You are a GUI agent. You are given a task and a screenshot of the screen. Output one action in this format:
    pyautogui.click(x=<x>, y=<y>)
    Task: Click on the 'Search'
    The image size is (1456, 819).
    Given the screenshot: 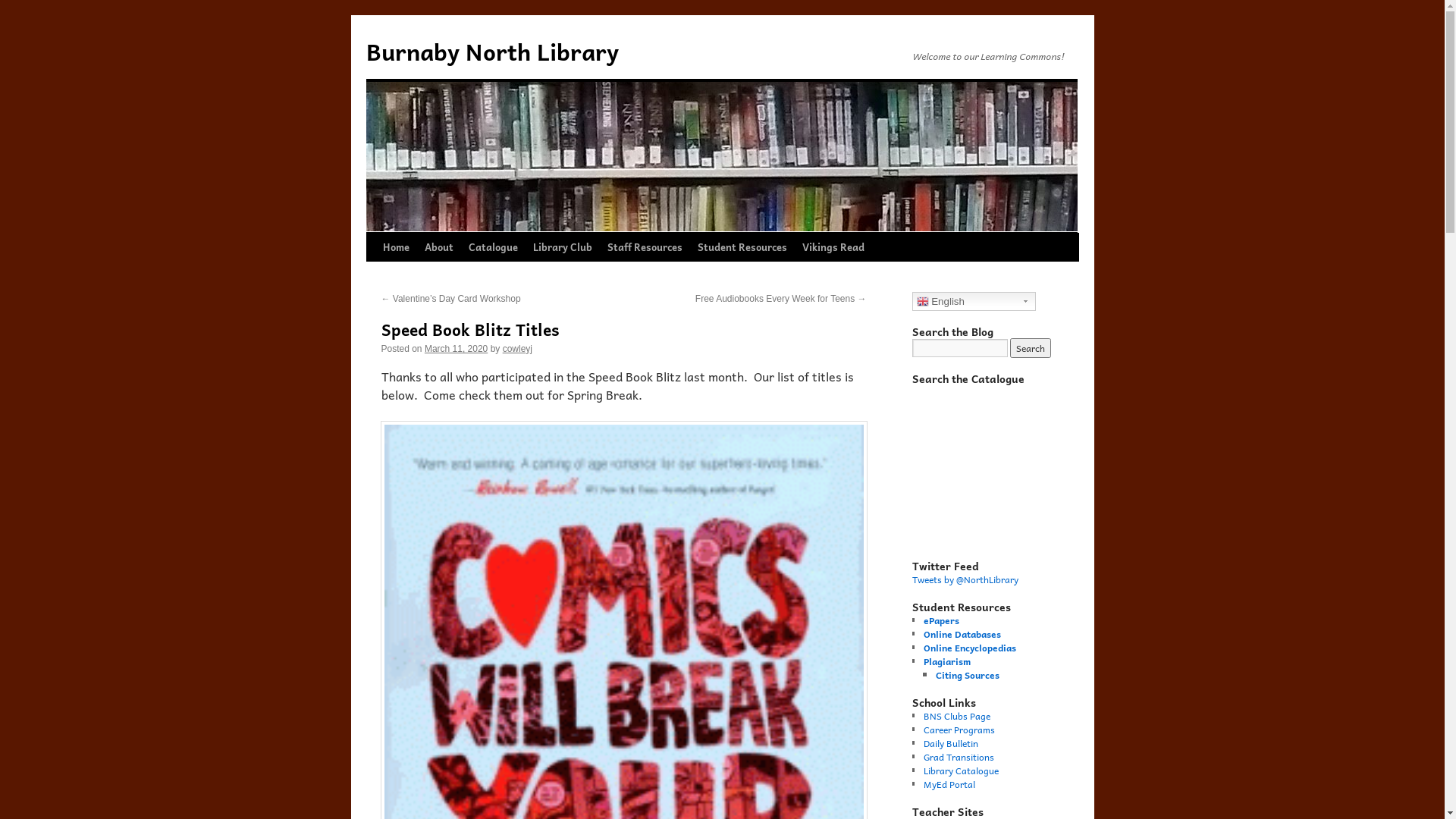 What is the action you would take?
    pyautogui.click(x=1030, y=348)
    